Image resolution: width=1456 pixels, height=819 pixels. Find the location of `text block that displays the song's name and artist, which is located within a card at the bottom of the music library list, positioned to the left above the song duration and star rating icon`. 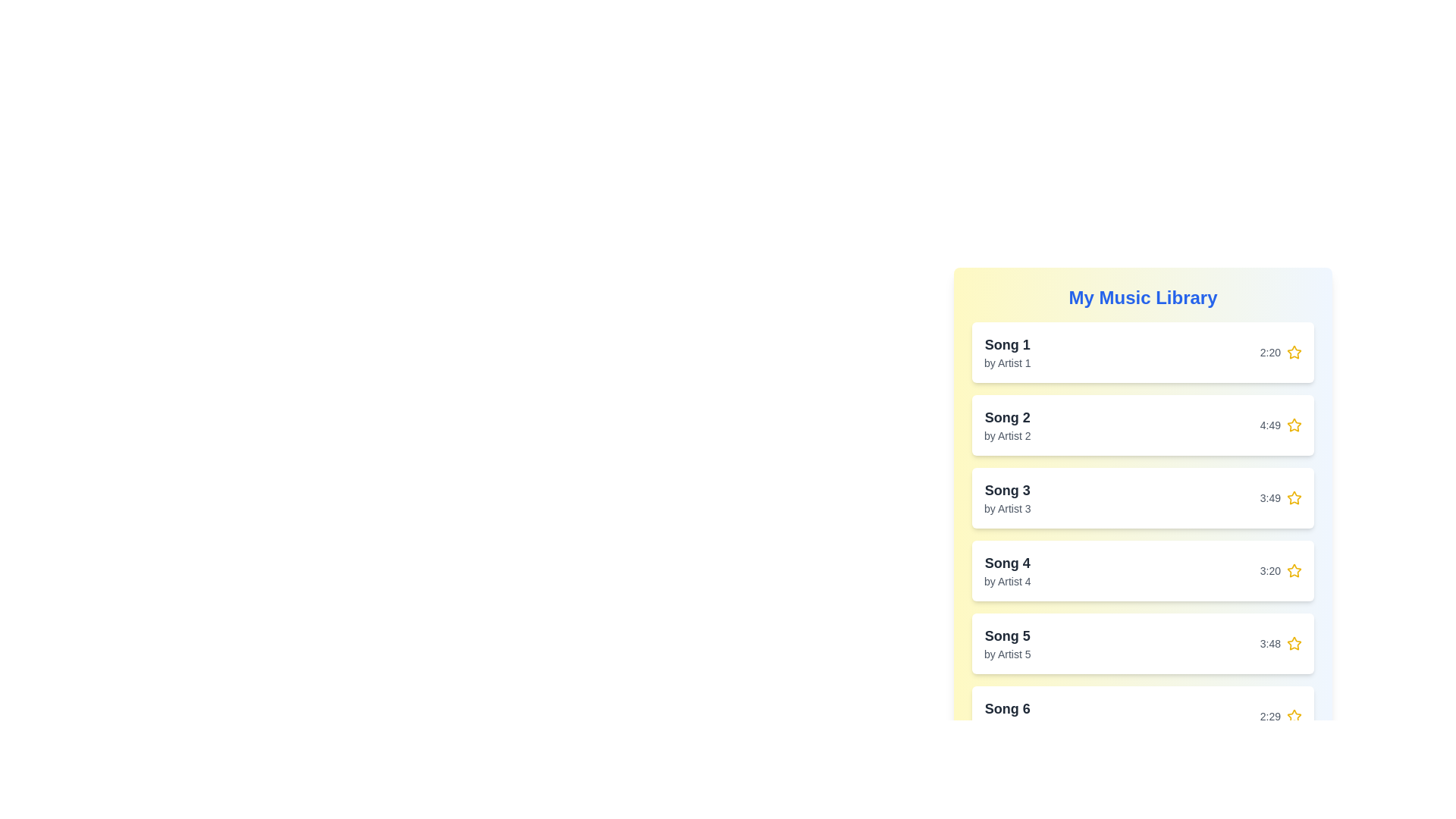

text block that displays the song's name and artist, which is located within a card at the bottom of the music library list, positioned to the left above the song duration and star rating icon is located at coordinates (1007, 717).